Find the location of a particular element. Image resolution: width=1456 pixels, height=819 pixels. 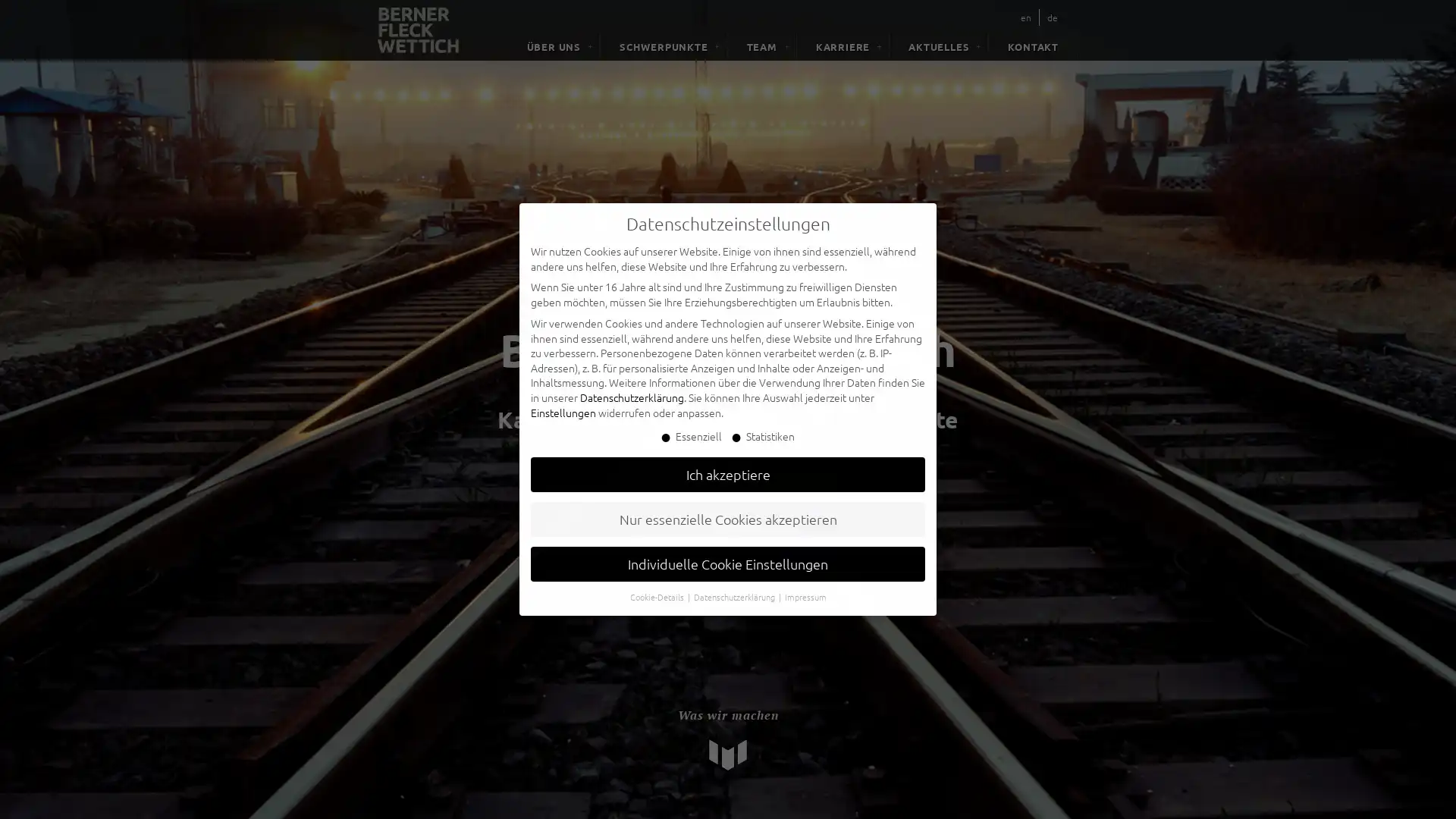

Cookie-Details is located at coordinates (657, 595).